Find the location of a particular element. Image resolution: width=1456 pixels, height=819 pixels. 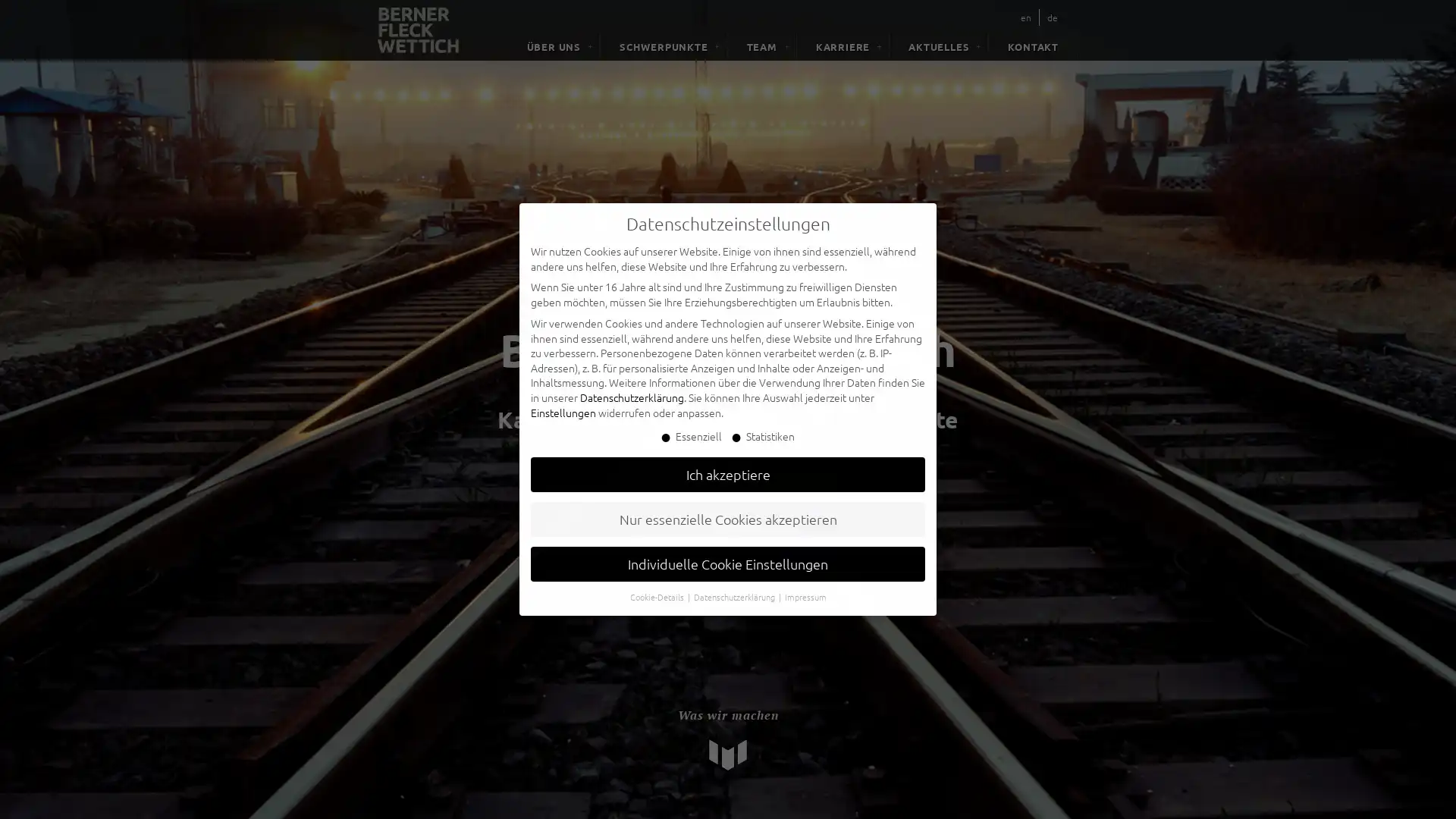

Cookie-Details is located at coordinates (657, 595).